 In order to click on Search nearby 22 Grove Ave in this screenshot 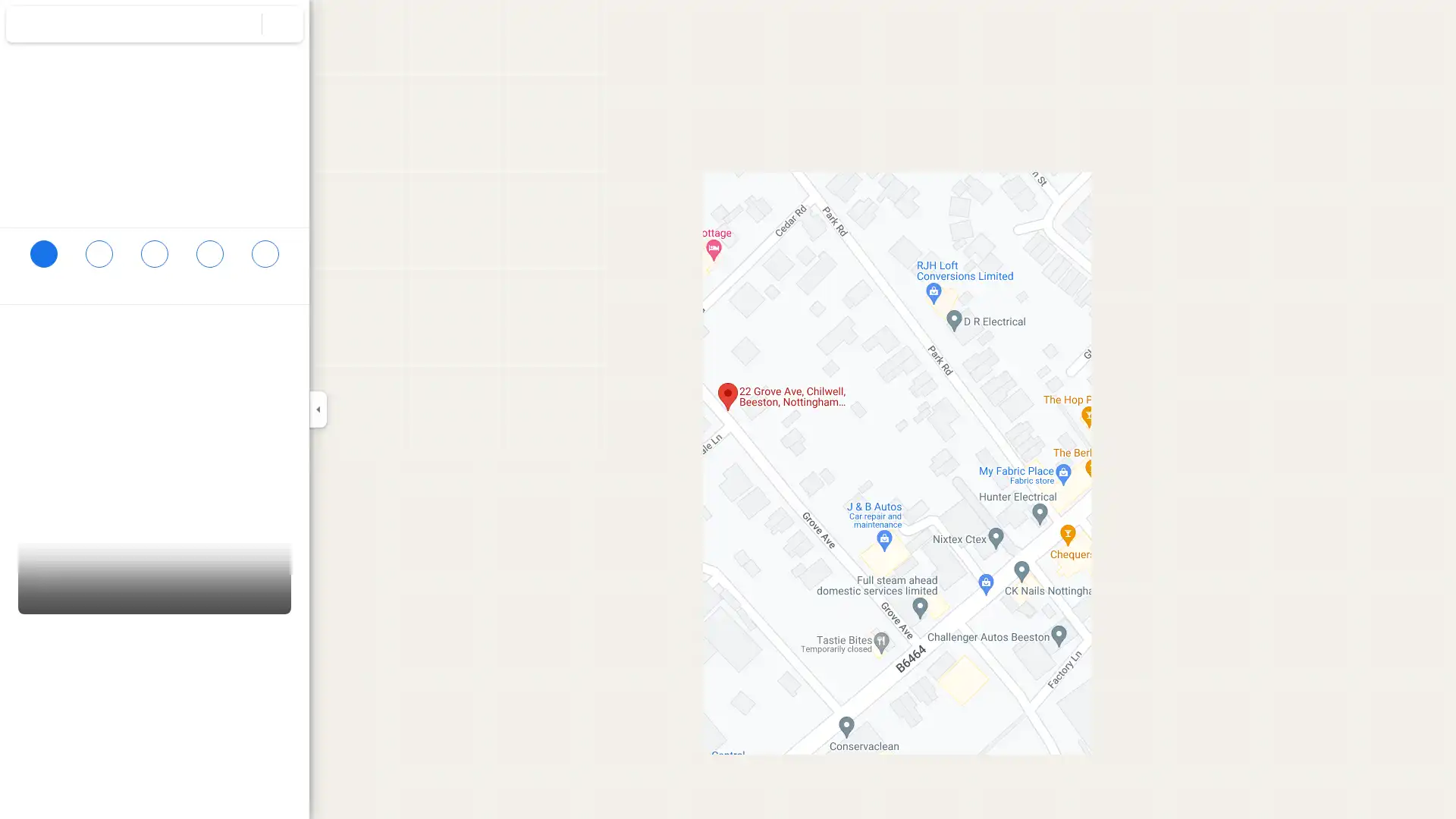, I will do `click(154, 259)`.